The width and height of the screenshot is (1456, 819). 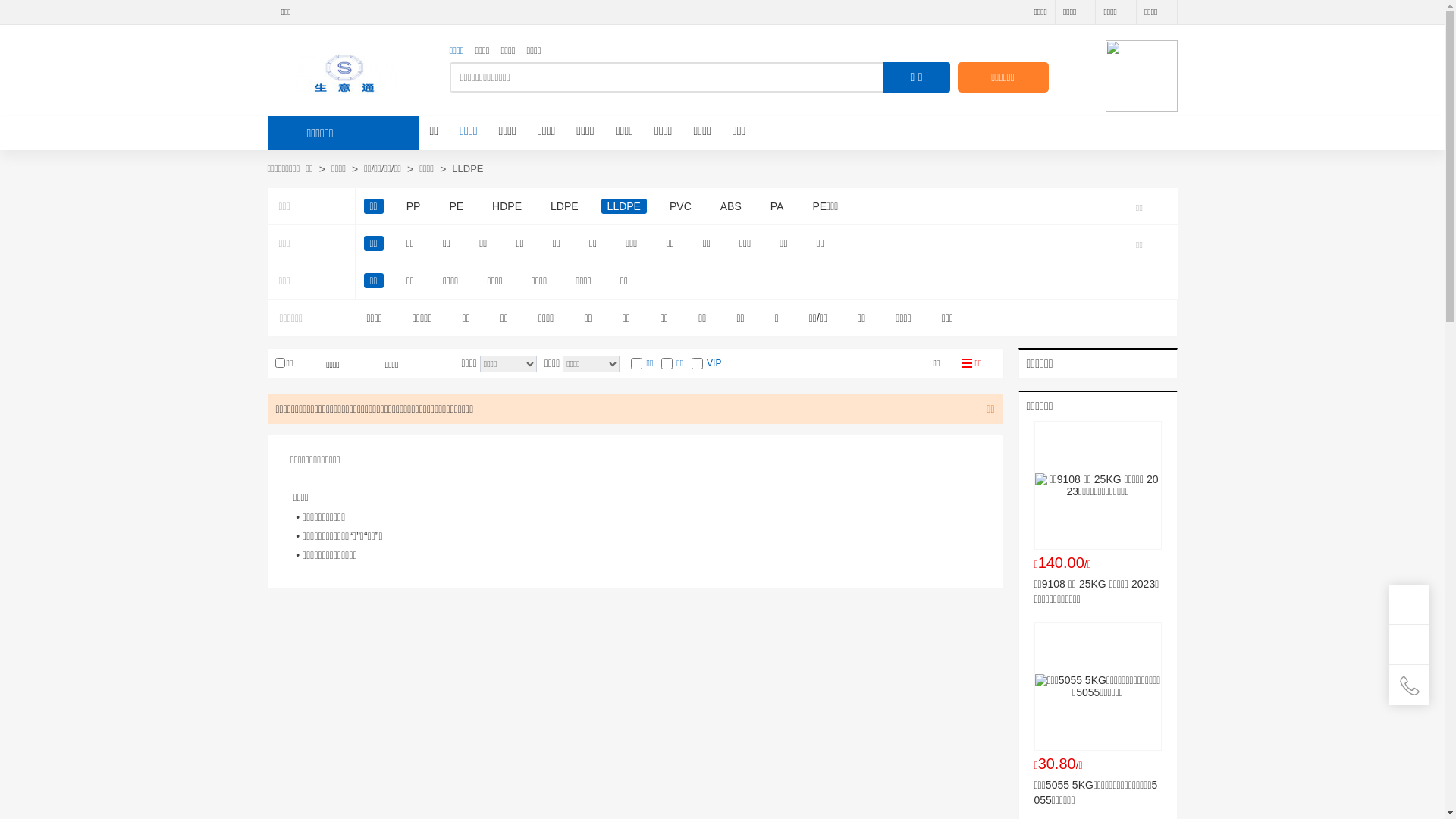 I want to click on 'on', so click(x=667, y=363).